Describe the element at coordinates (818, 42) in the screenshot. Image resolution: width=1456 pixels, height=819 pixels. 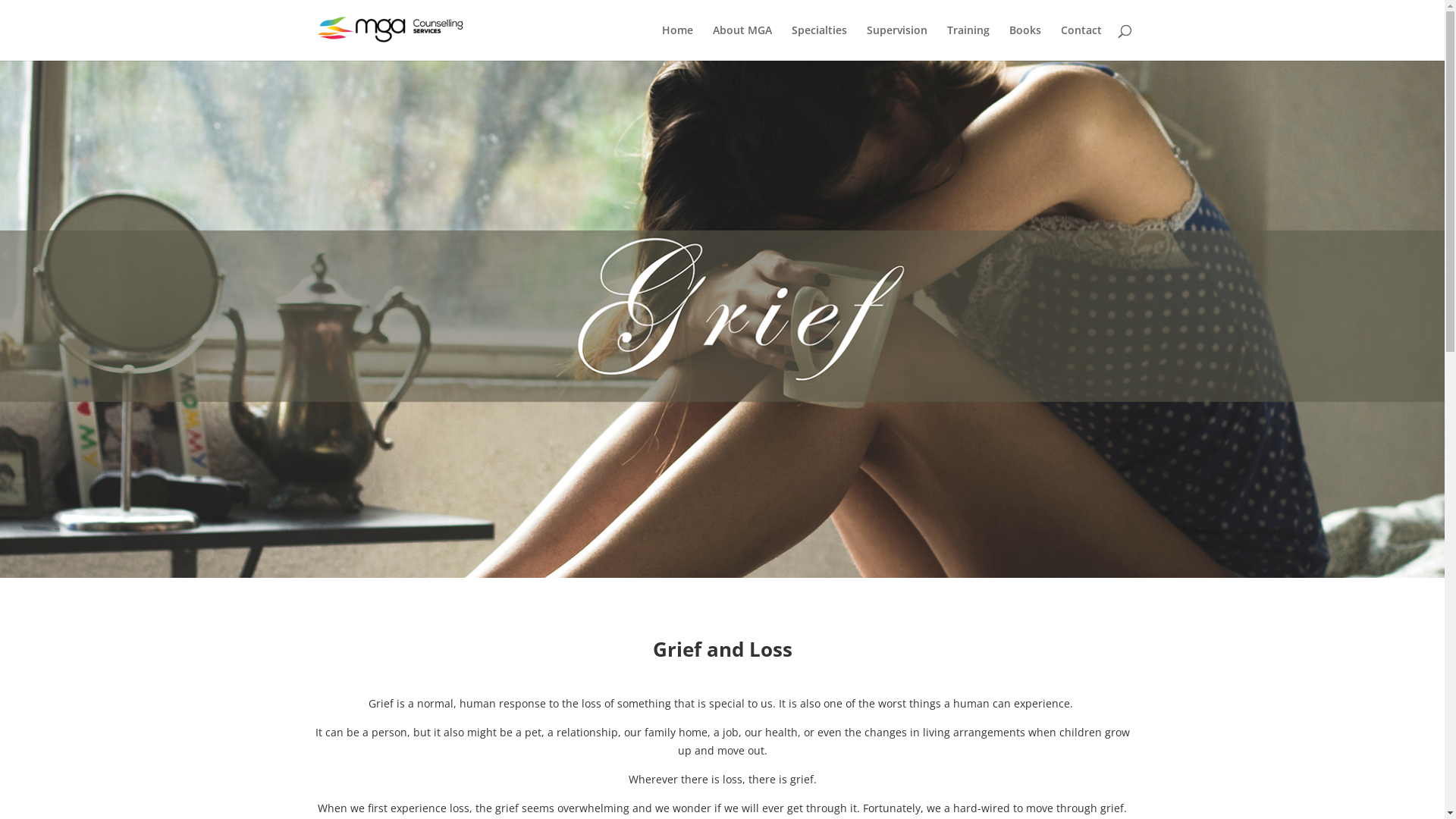
I see `'Specialties'` at that location.